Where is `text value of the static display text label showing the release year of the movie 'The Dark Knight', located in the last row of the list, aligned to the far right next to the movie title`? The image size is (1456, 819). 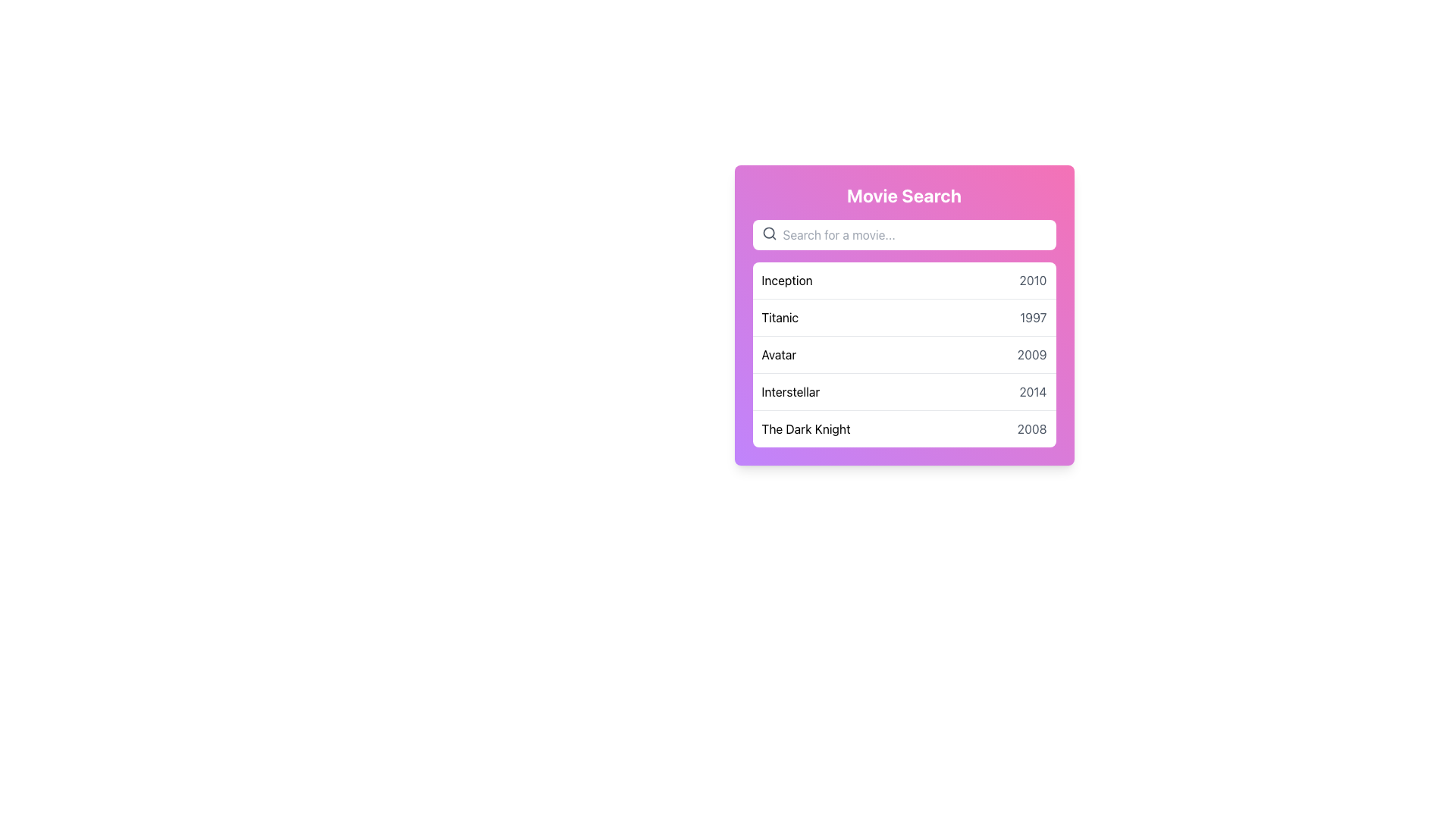 text value of the static display text label showing the release year of the movie 'The Dark Knight', located in the last row of the list, aligned to the far right next to the movie title is located at coordinates (1031, 429).